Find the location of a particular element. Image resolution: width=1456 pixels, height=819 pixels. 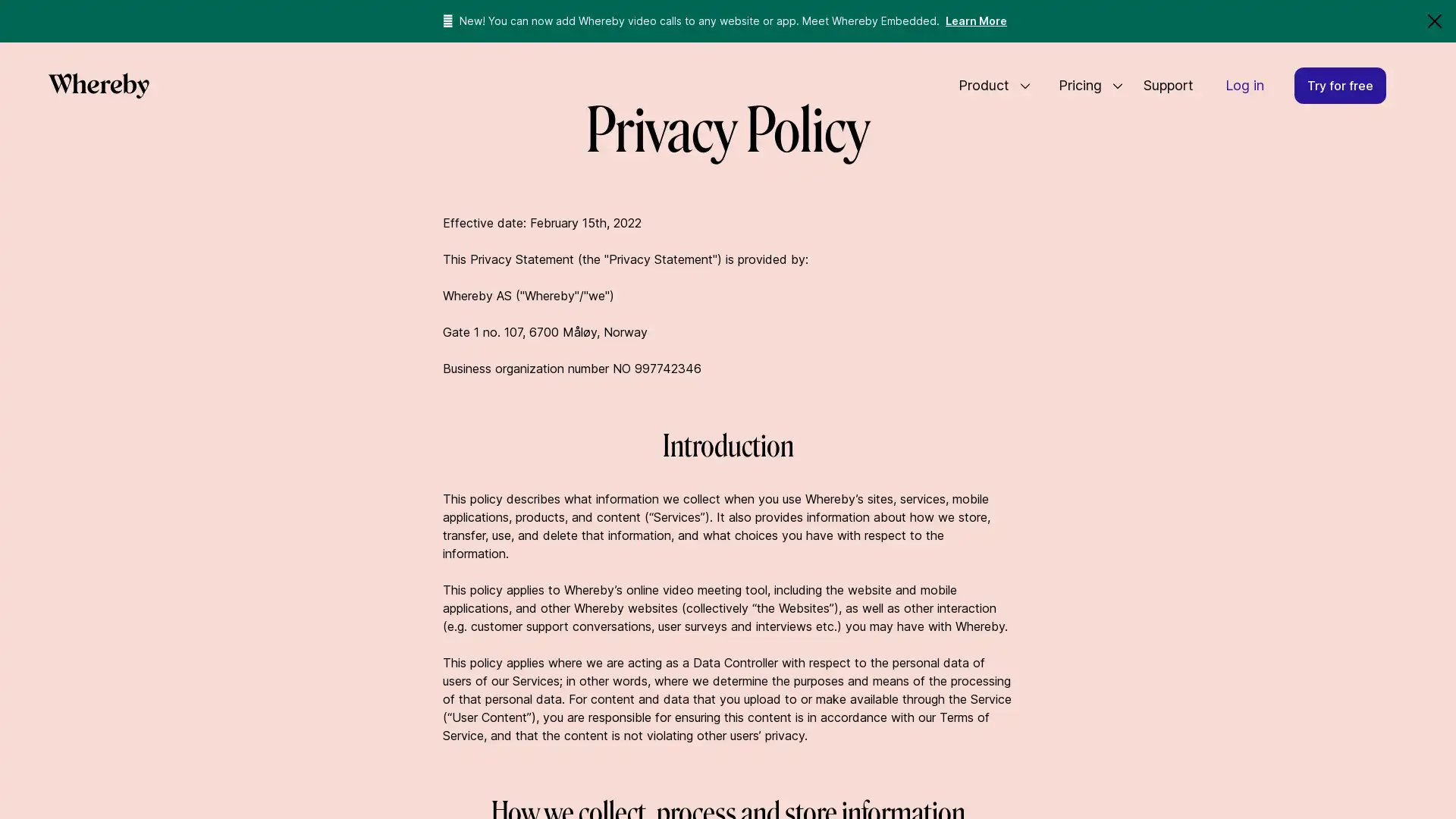

Close is located at coordinates (1433, 20).